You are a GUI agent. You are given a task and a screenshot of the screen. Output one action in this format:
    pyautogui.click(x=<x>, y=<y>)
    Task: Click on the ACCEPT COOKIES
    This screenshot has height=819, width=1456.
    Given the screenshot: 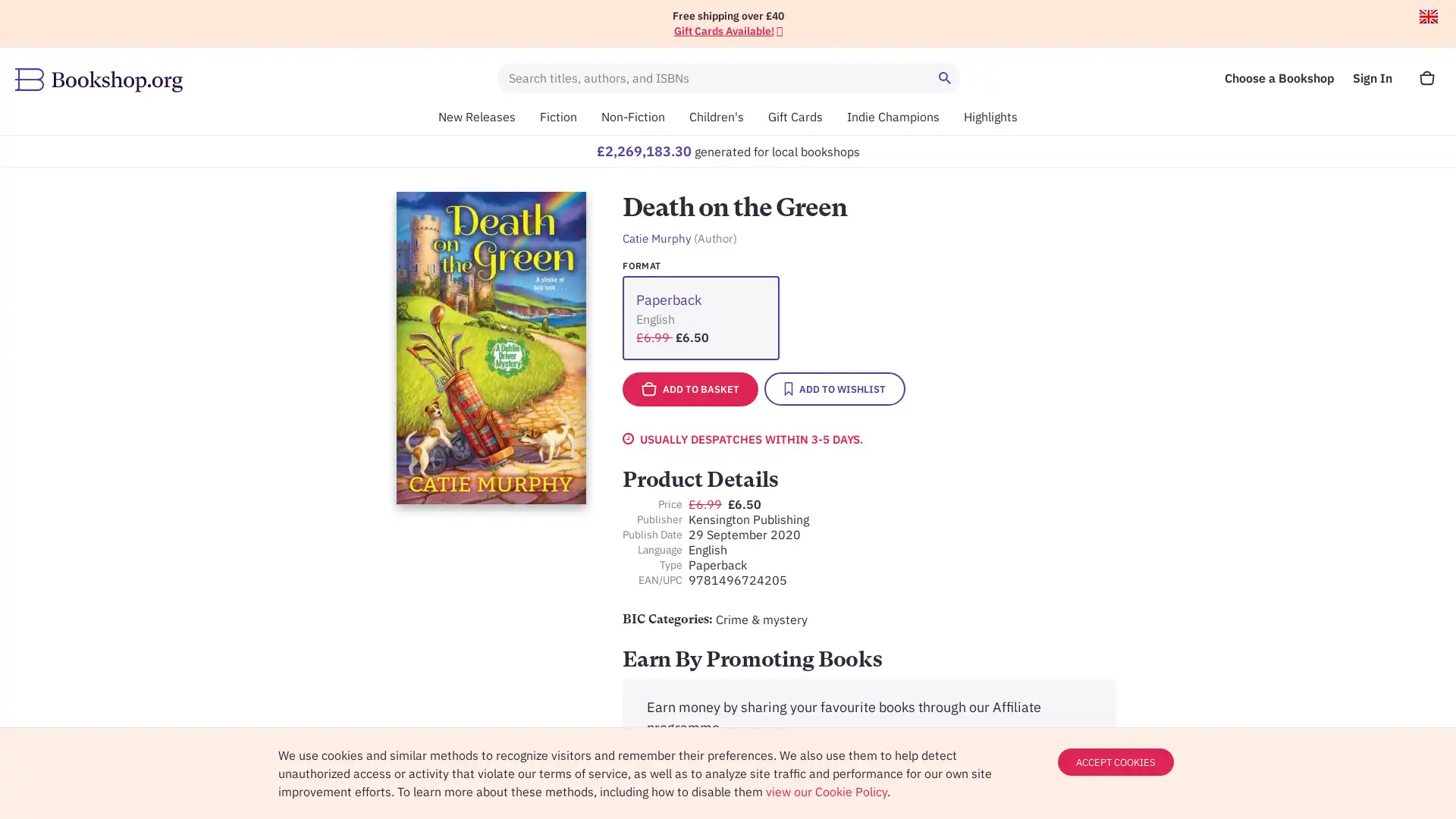 What is the action you would take?
    pyautogui.click(x=1115, y=761)
    